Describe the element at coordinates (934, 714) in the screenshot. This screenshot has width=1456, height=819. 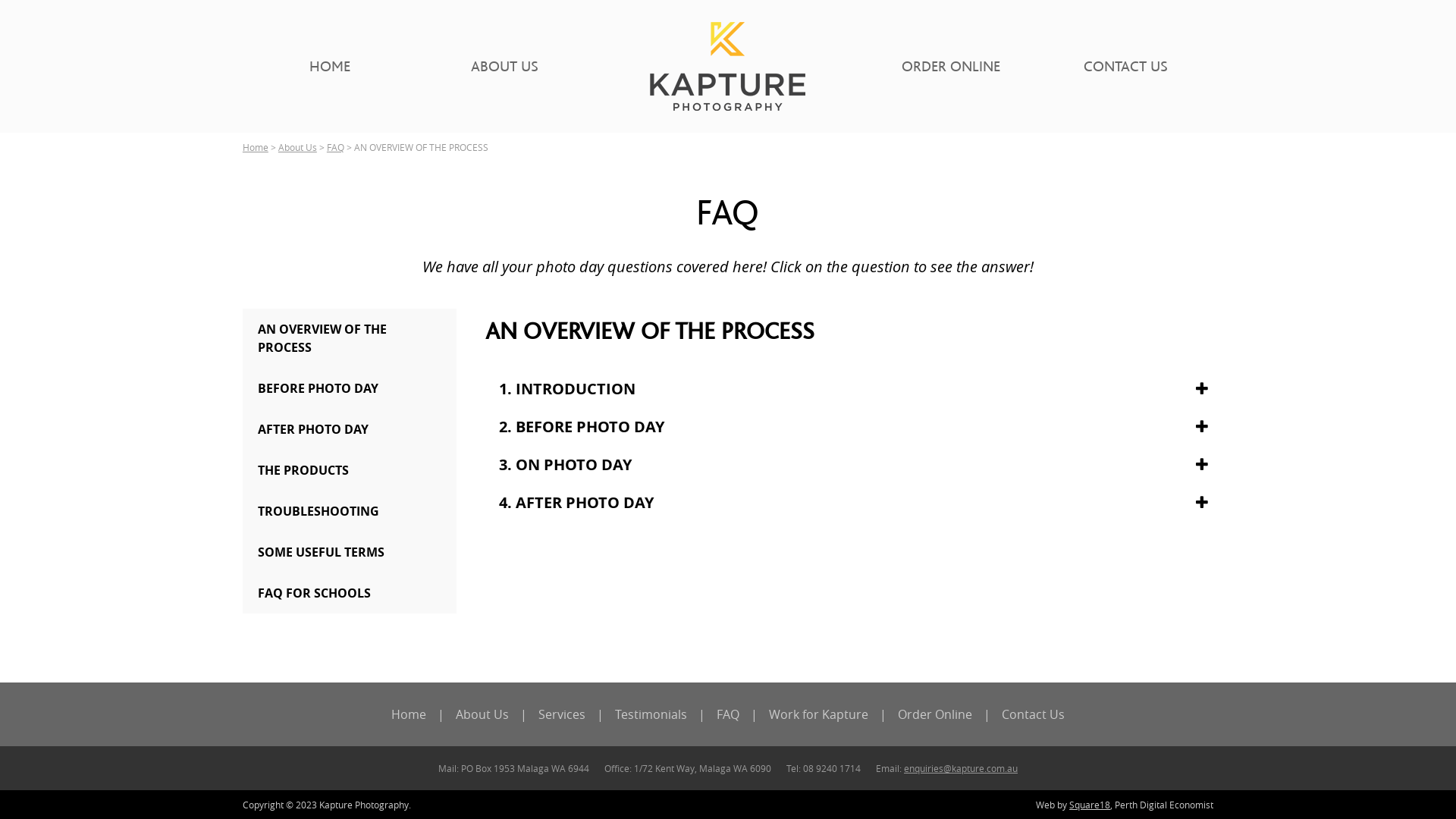
I see `'Order Online'` at that location.